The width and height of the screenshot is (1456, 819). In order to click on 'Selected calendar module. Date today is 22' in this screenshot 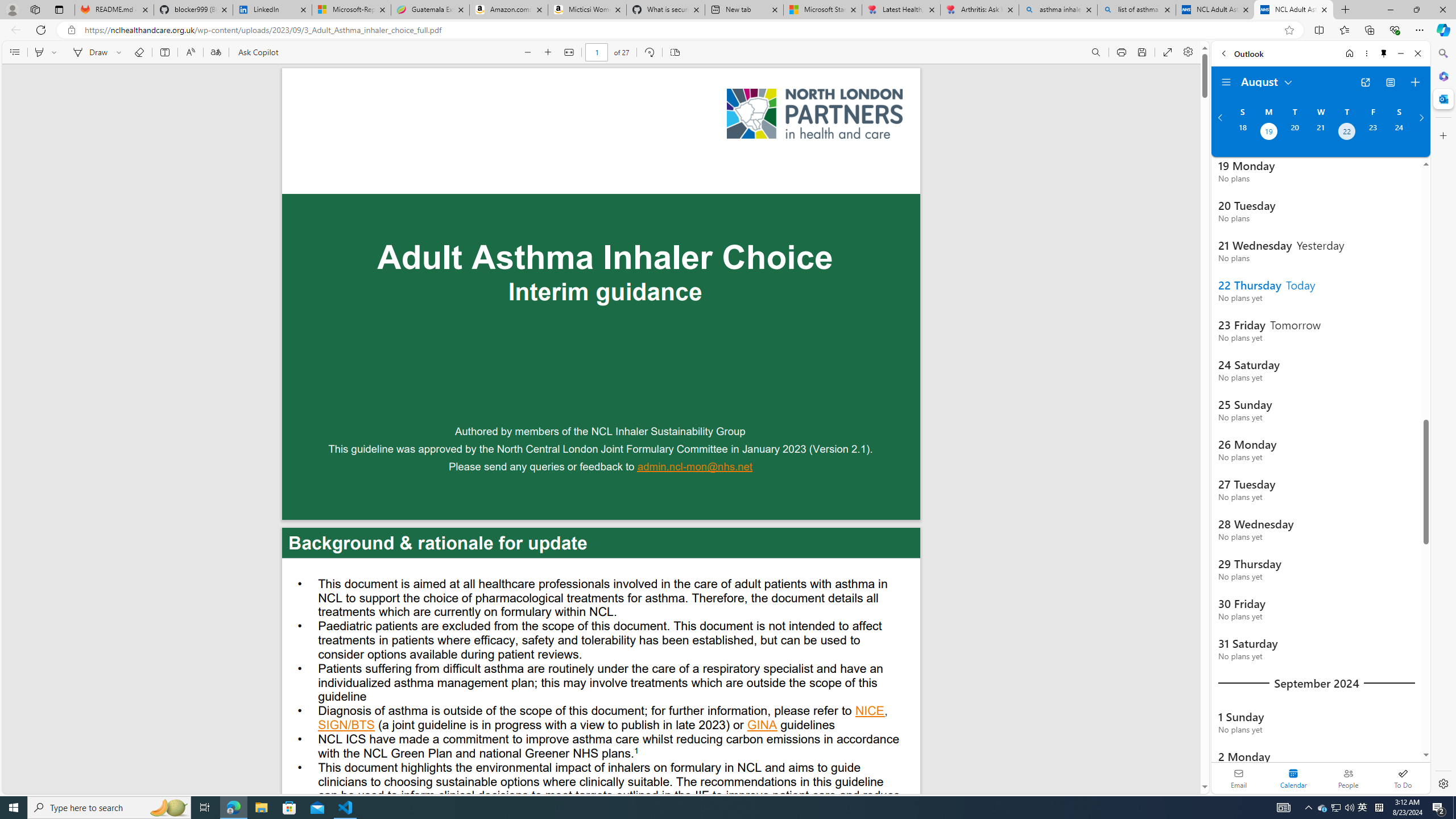, I will do `click(1293, 777)`.